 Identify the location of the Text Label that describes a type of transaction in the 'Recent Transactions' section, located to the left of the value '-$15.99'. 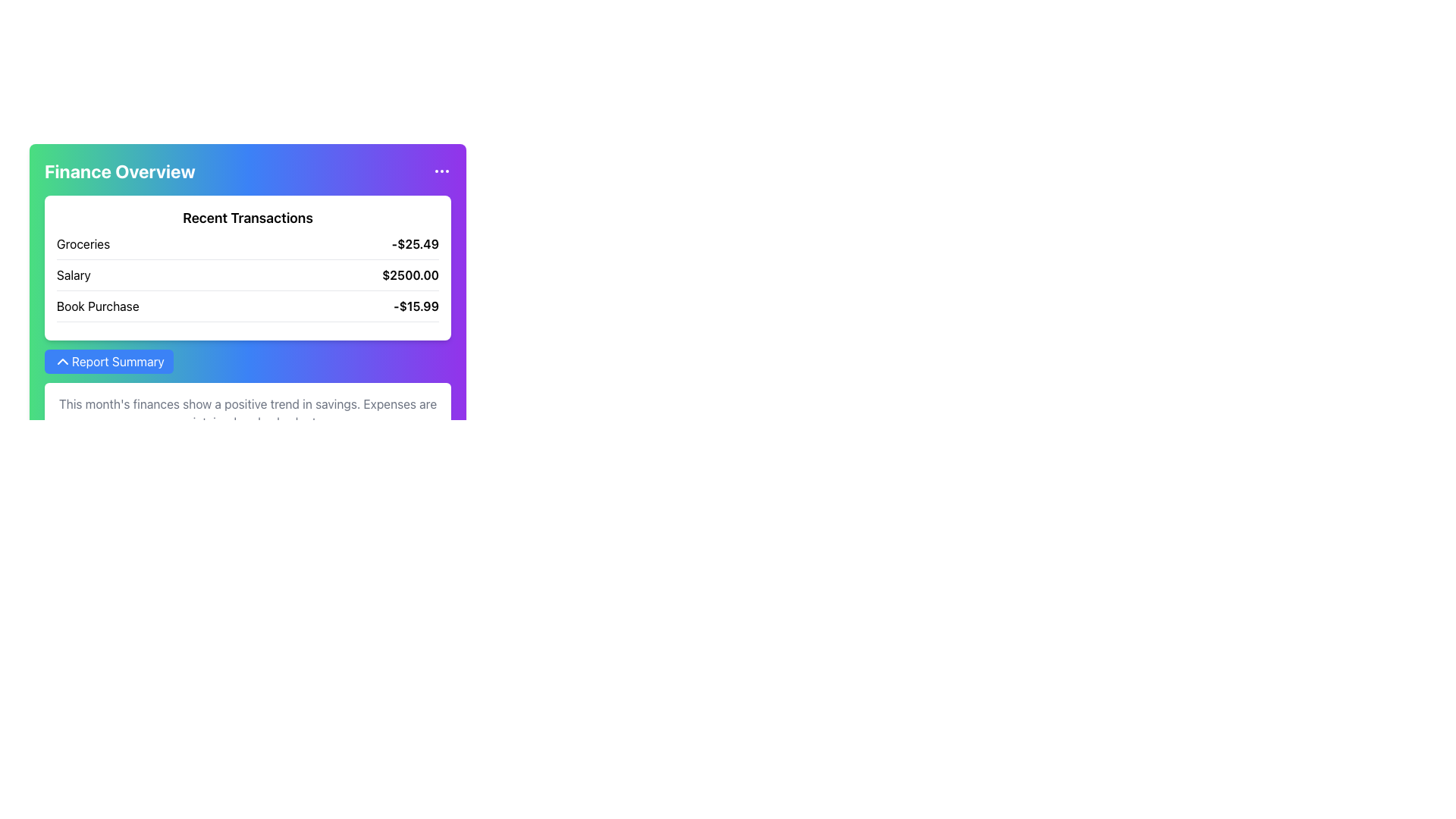
(97, 306).